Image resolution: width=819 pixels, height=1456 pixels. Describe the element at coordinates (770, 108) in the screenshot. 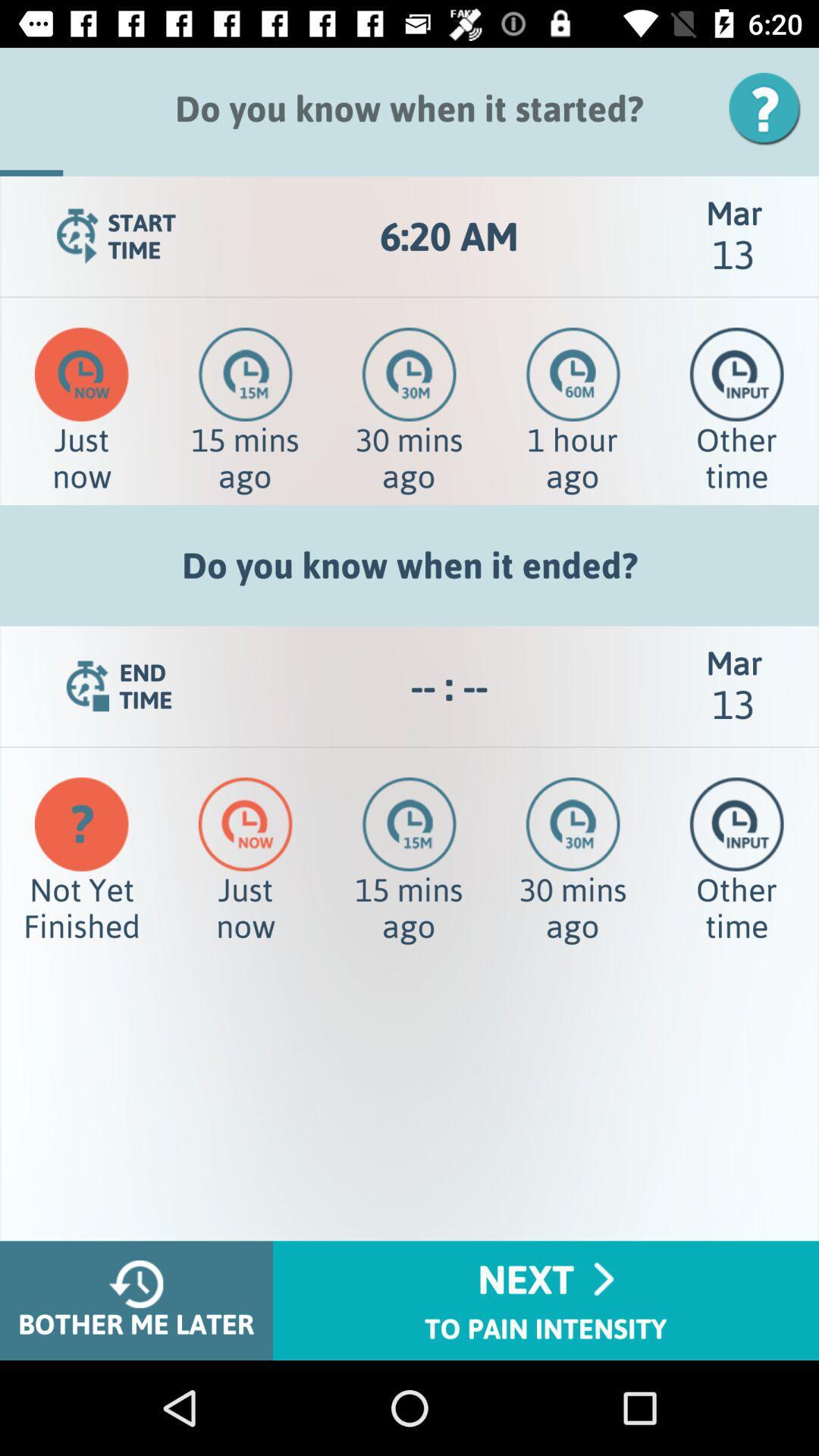

I see `a help button` at that location.